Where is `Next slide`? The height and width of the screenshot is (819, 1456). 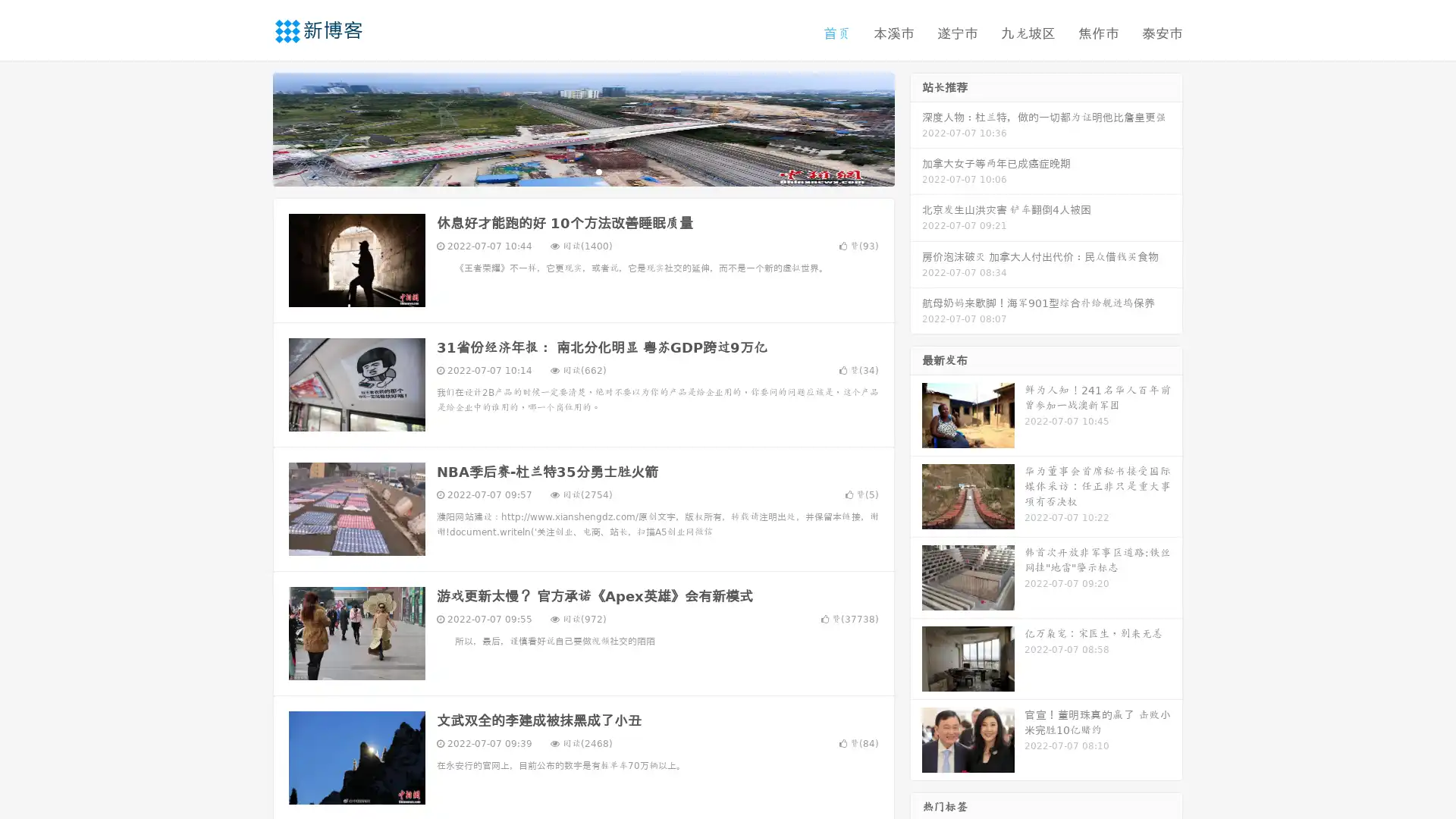
Next slide is located at coordinates (916, 127).